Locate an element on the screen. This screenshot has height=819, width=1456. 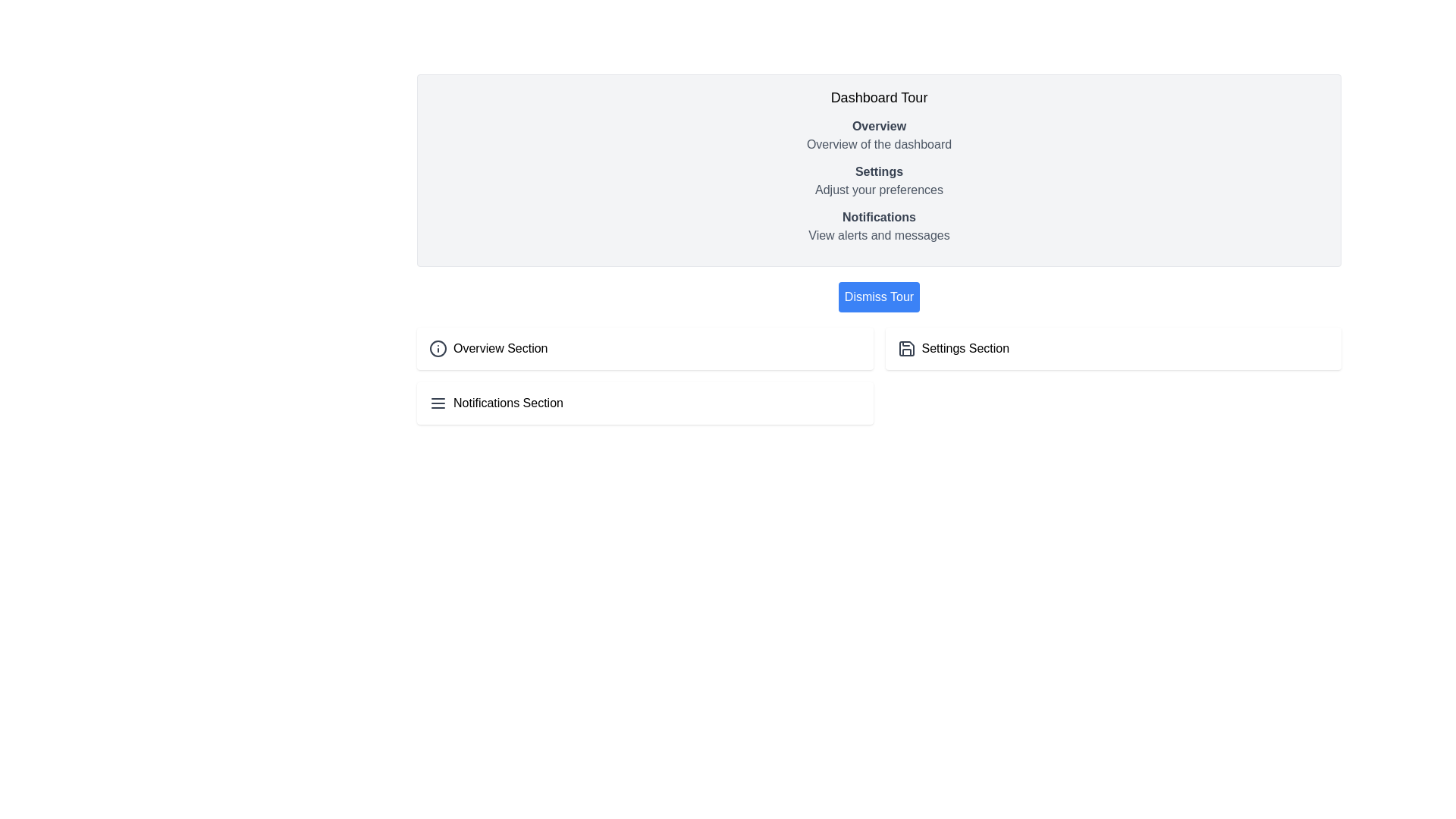
the descriptive subtitle text label located beneath the 'Settings' header, which enhances user understanding of the section's functionality is located at coordinates (879, 189).